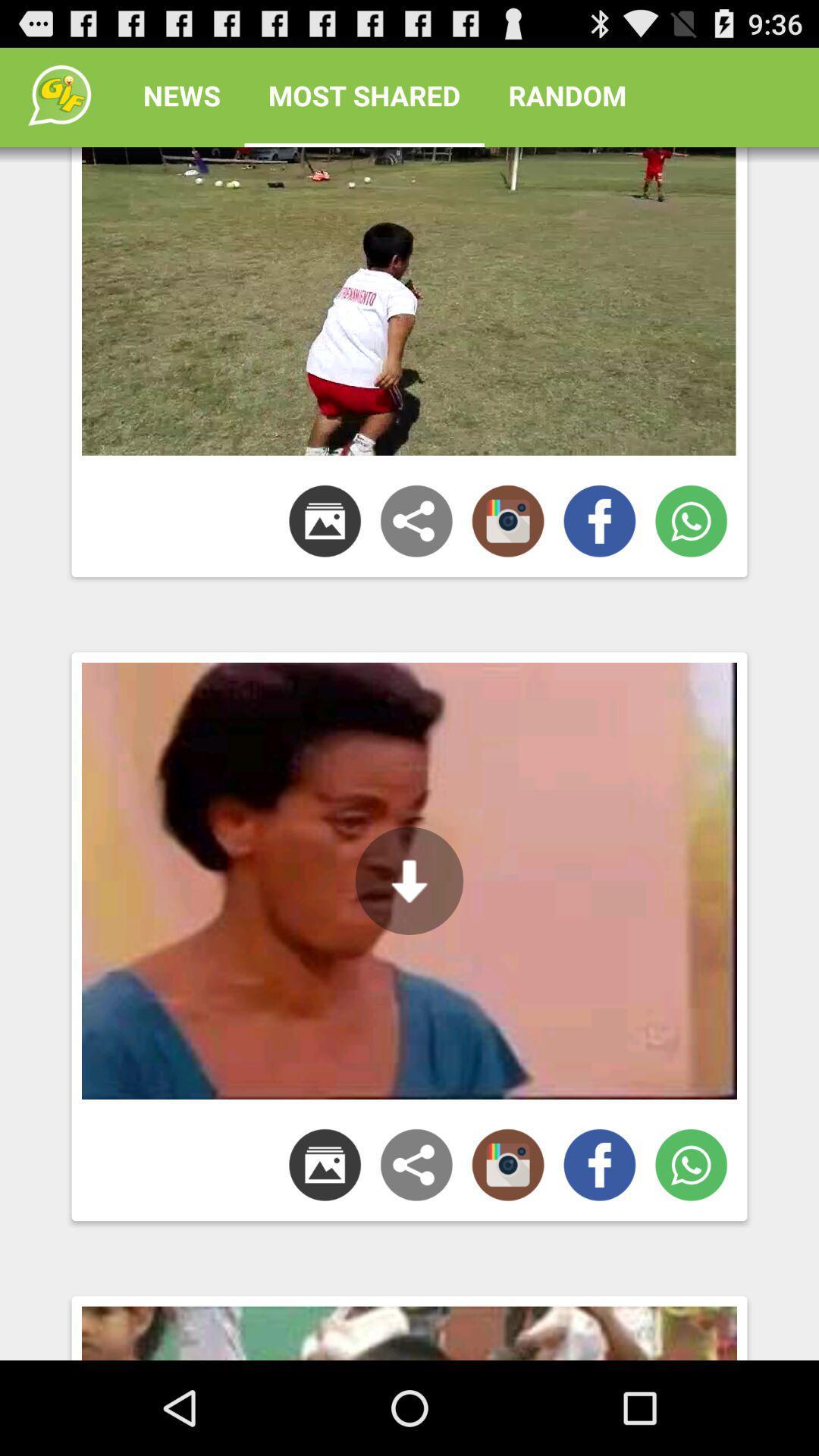 The width and height of the screenshot is (819, 1456). What do you see at coordinates (416, 1164) in the screenshot?
I see `the button which is left side of the instagram` at bounding box center [416, 1164].